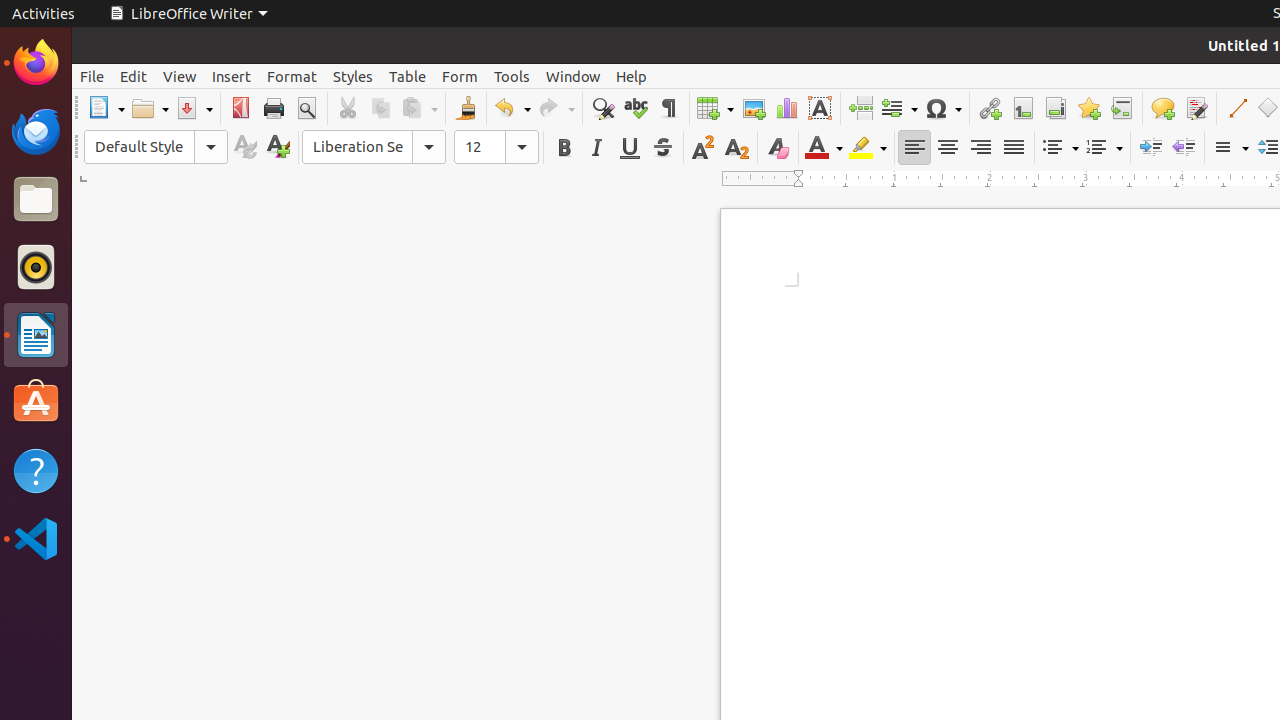 This screenshot has width=1280, height=720. I want to click on 'View', so click(179, 75).